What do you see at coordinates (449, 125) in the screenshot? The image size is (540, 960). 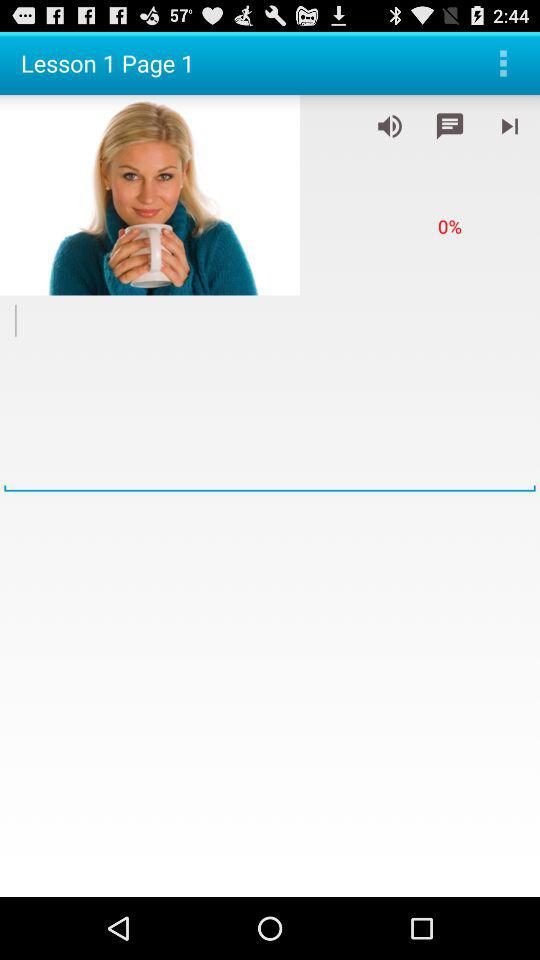 I see `write down notes` at bounding box center [449, 125].